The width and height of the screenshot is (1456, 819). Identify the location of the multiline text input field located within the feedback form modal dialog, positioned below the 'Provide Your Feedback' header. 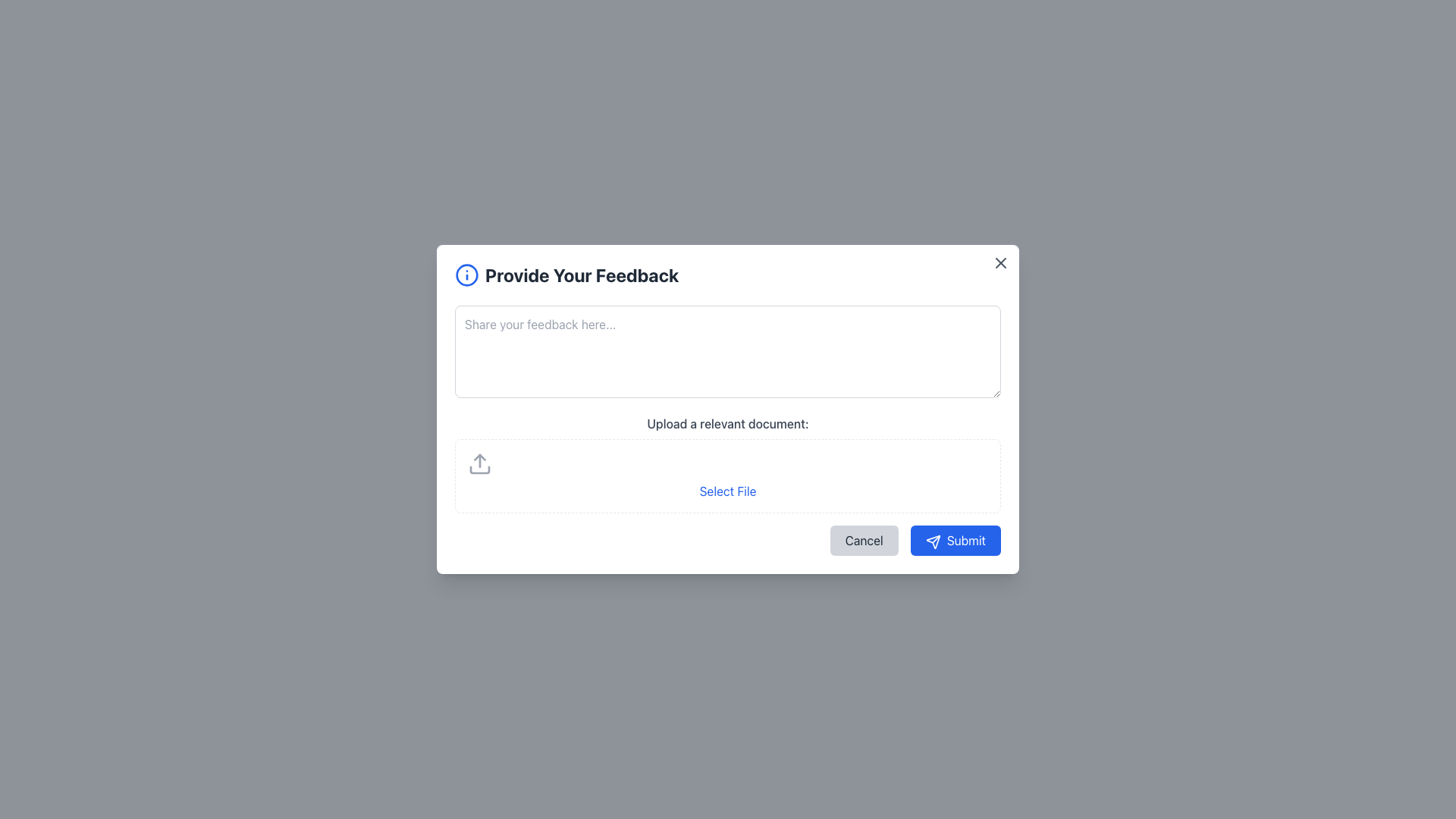
(728, 351).